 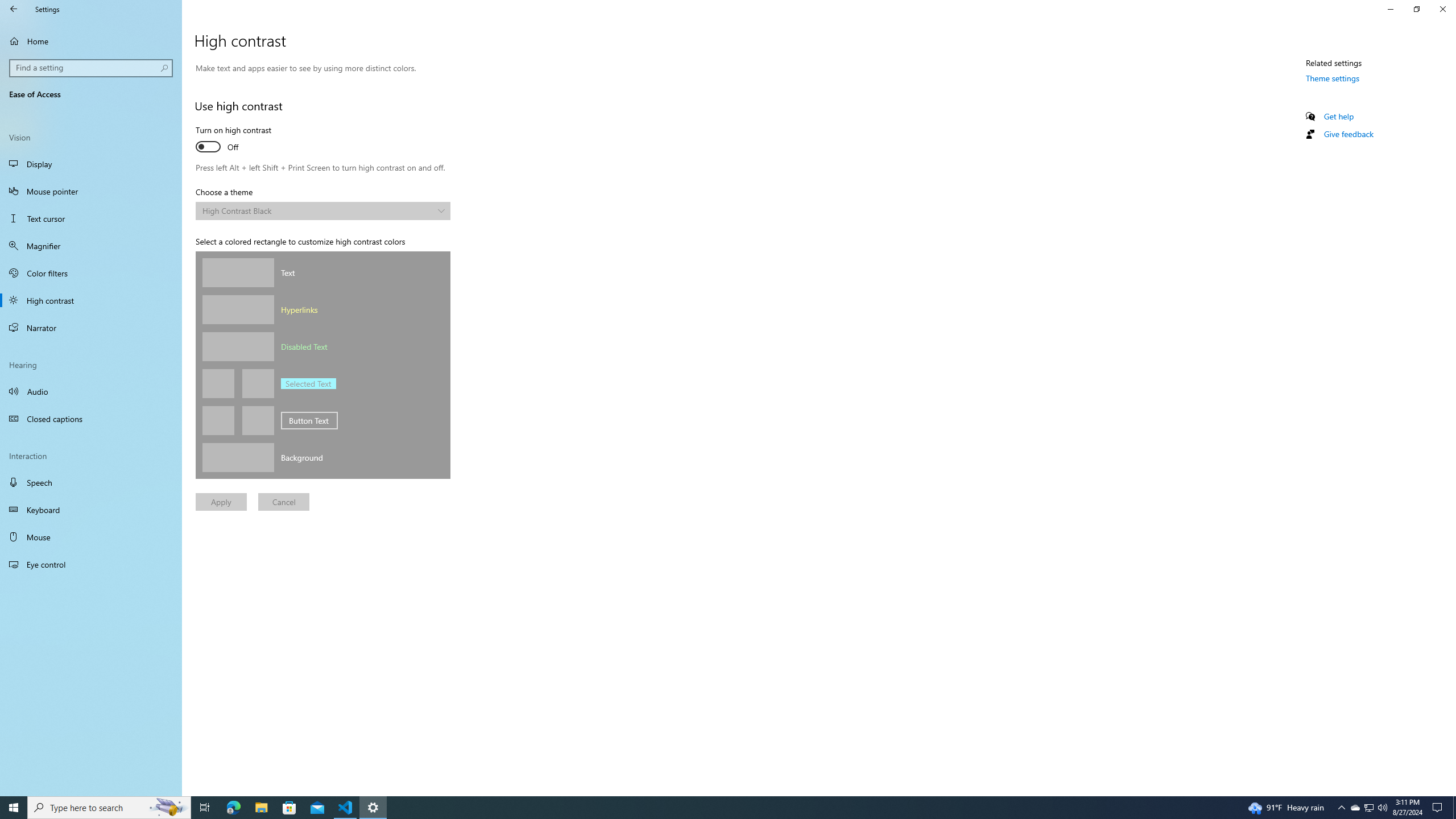 What do you see at coordinates (14, 806) in the screenshot?
I see `'Start'` at bounding box center [14, 806].